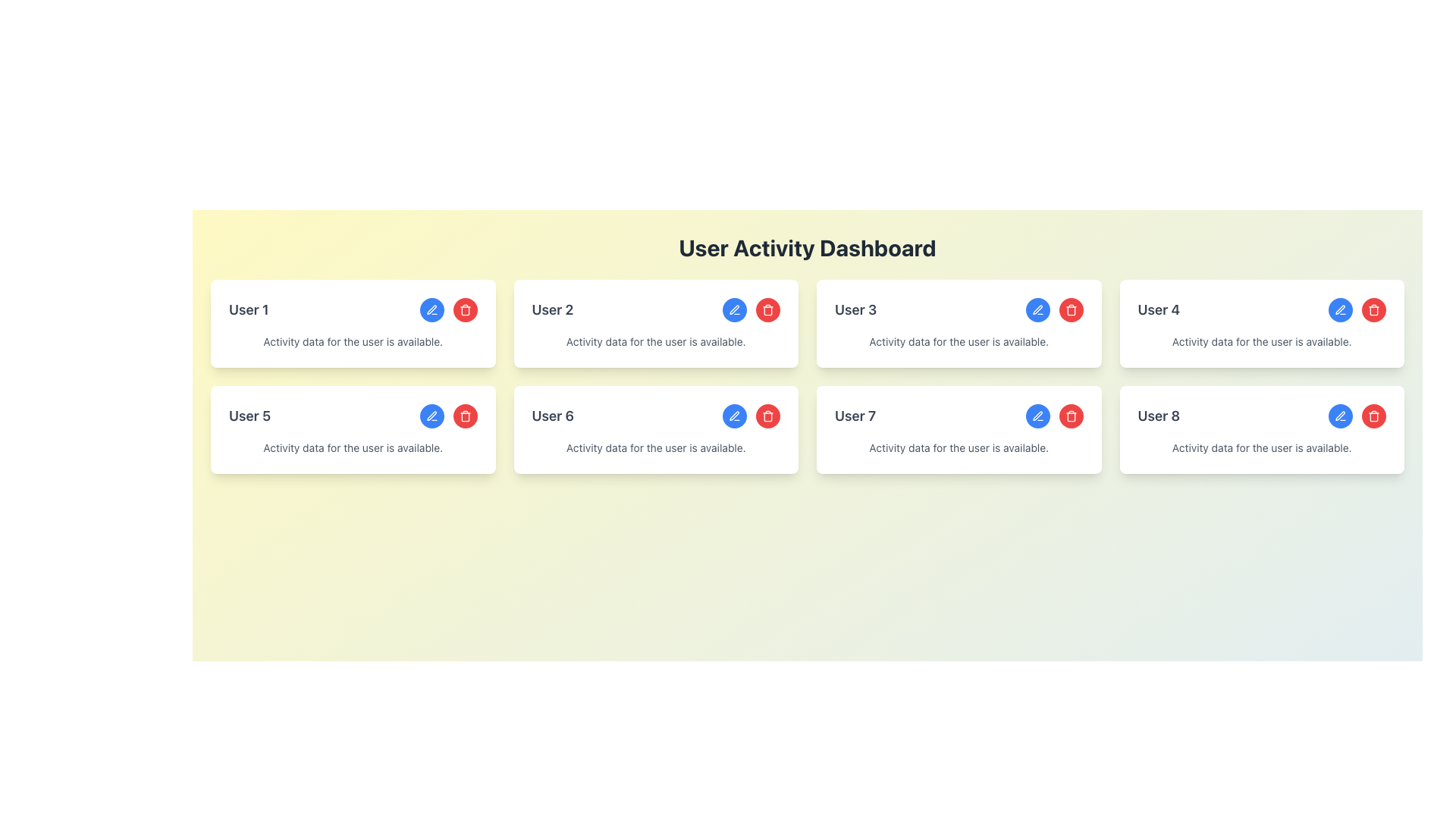 The height and width of the screenshot is (819, 1456). I want to click on the rounded red delete button with a white trash icon located inside the fourth user card in the top row of the user activity dashboard, so click(1373, 309).